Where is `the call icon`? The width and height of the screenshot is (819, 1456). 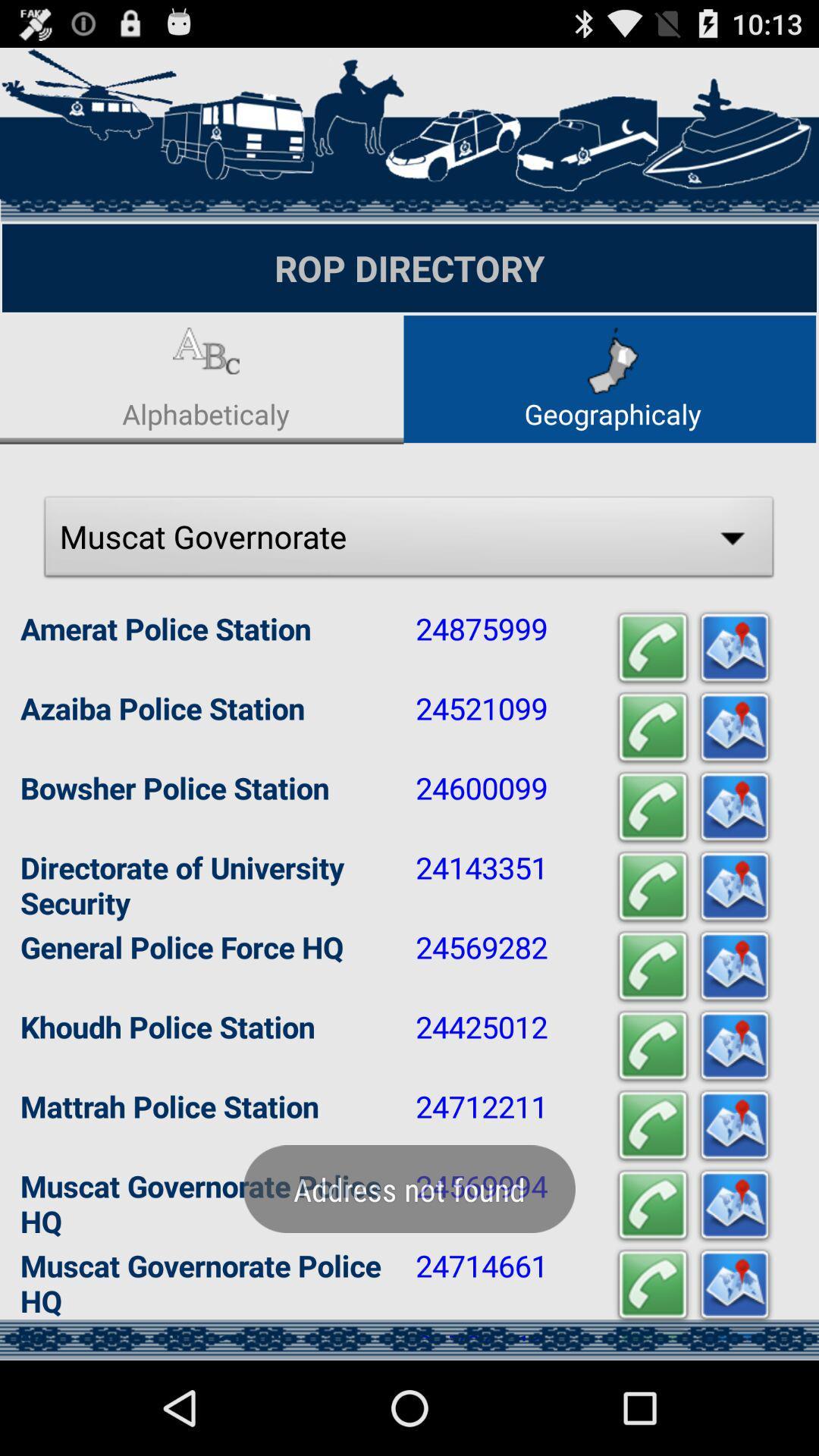 the call icon is located at coordinates (651, 1034).